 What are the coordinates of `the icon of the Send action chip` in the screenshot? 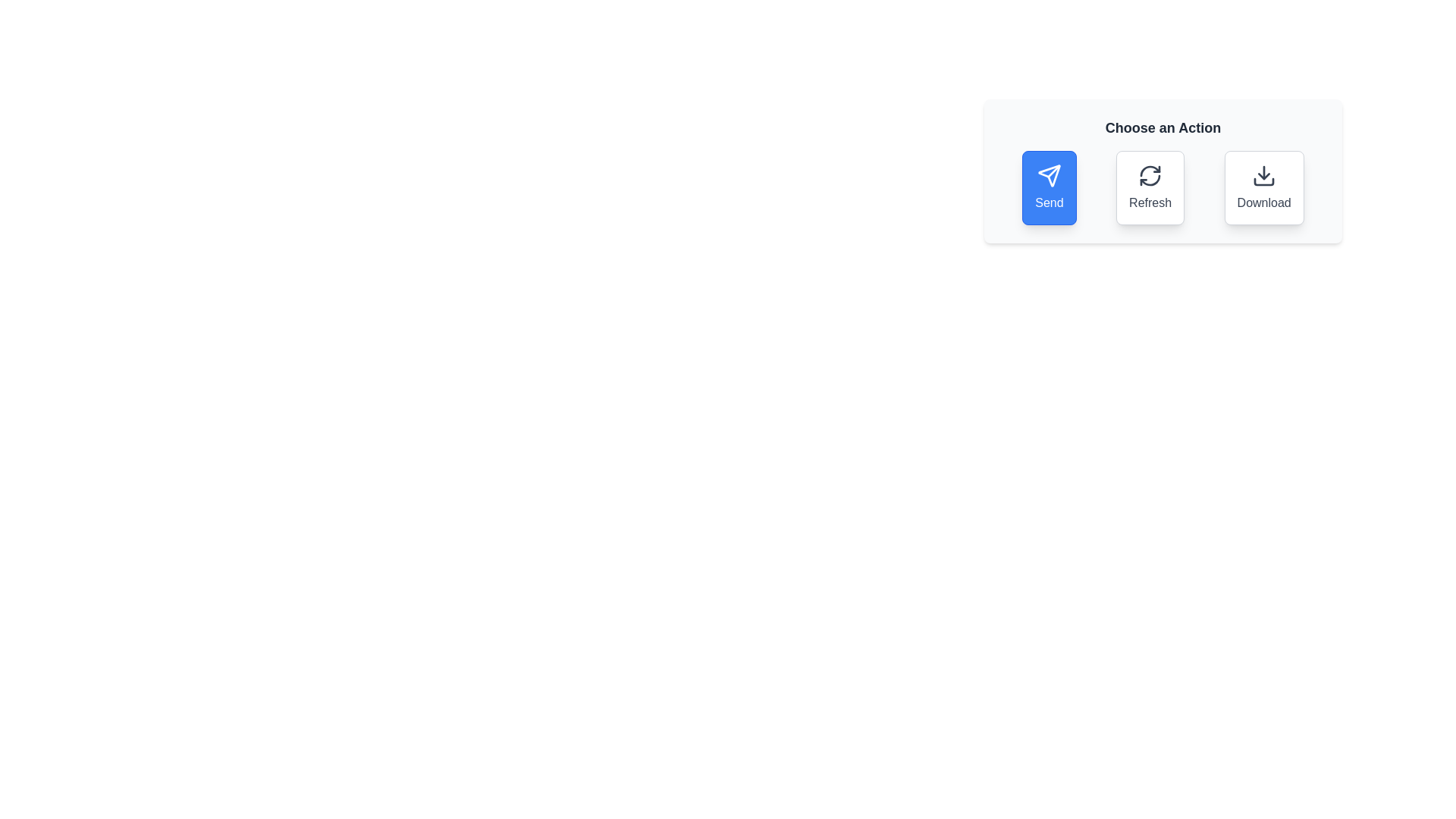 It's located at (1048, 174).